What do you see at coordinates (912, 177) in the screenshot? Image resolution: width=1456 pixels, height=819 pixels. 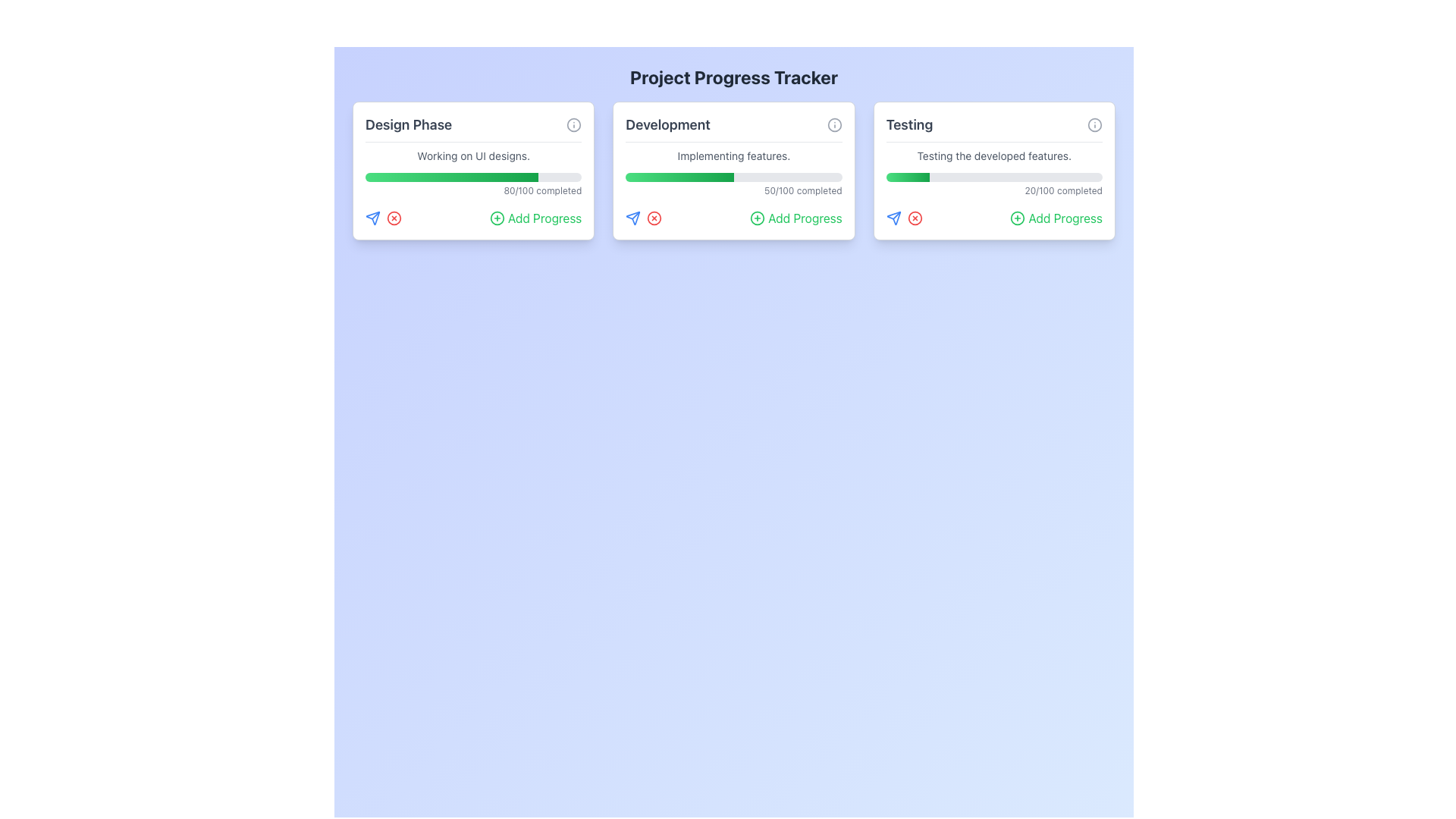 I see `the progress value` at bounding box center [912, 177].